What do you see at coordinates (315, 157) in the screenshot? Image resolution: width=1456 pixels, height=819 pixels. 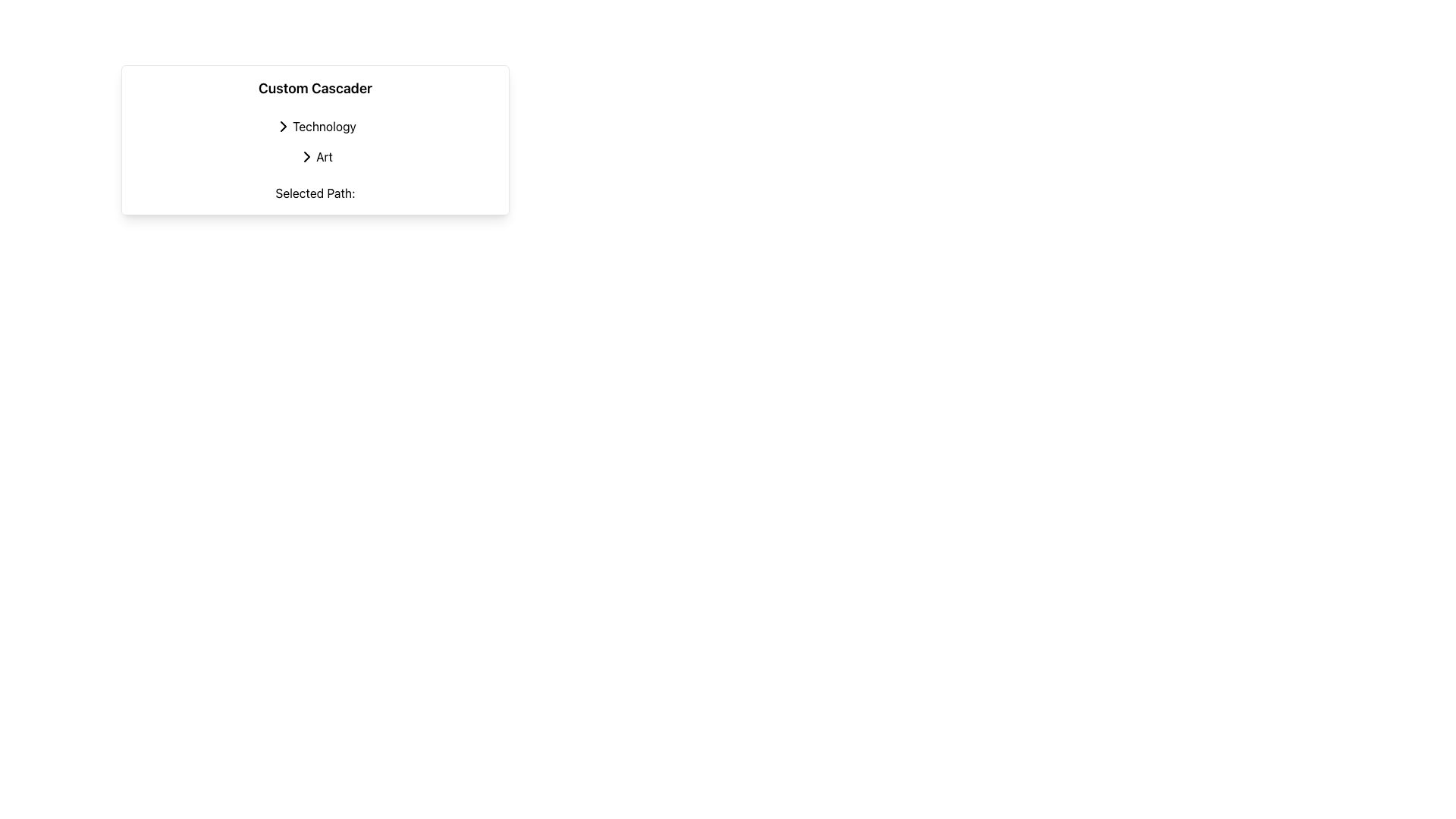 I see `to select the 'Art' option in the interactive menu located below the 'Technology' label within the 'Custom Cascader' section` at bounding box center [315, 157].